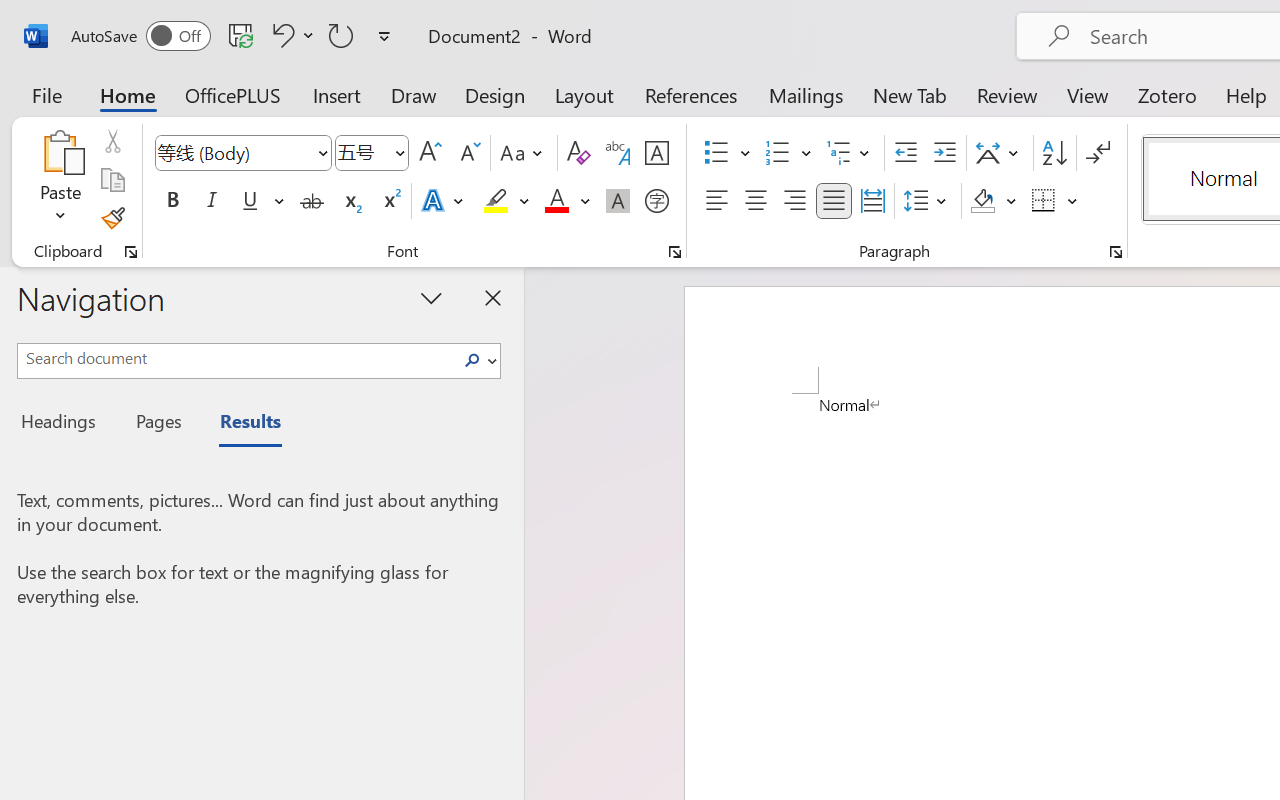 This screenshot has height=800, width=1280. I want to click on 'Home', so click(127, 94).